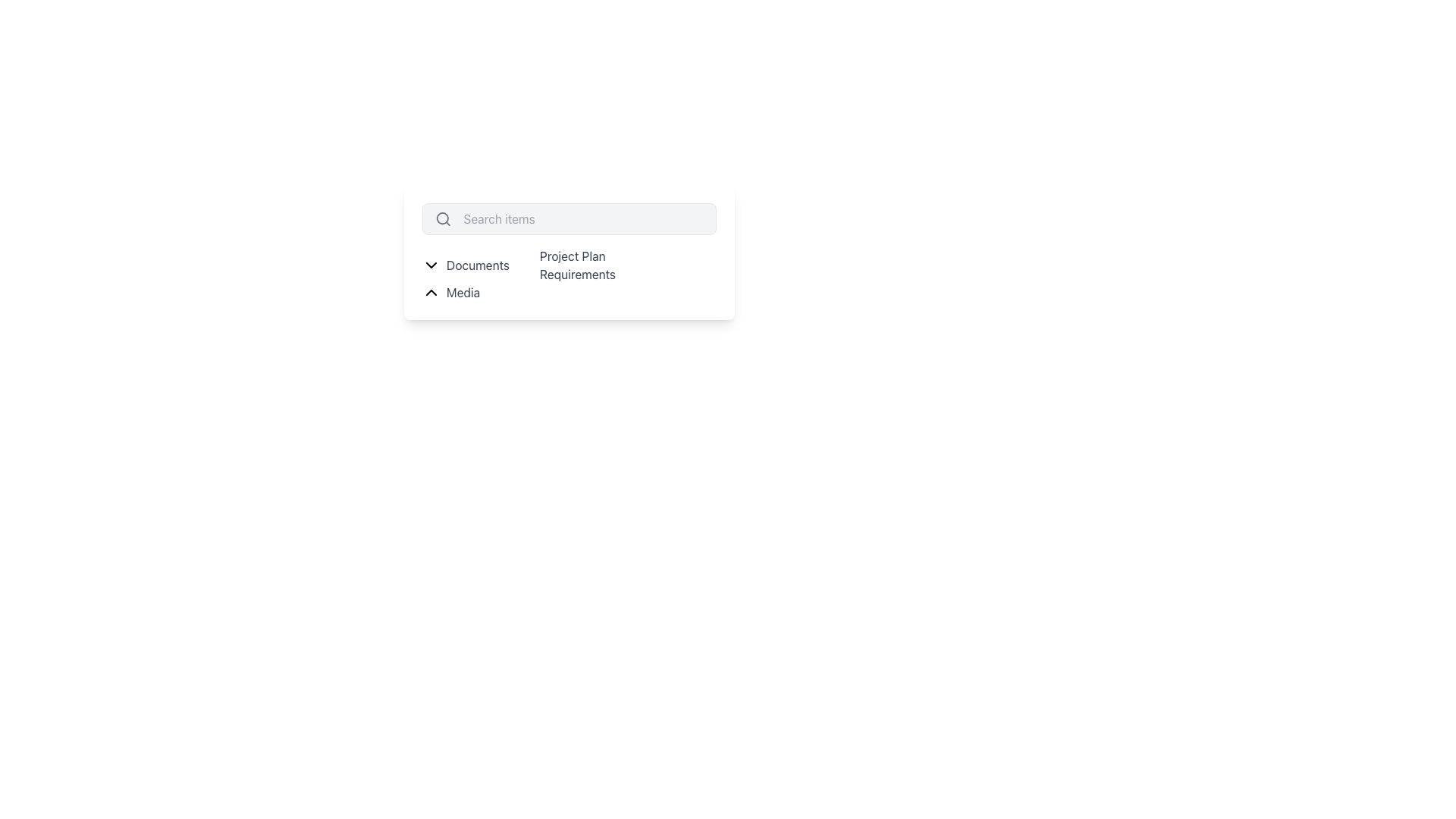 The image size is (1456, 819). I want to click on the 'Documents' text label, which is styled as a clickable item and is the first text item in its row, so click(477, 265).